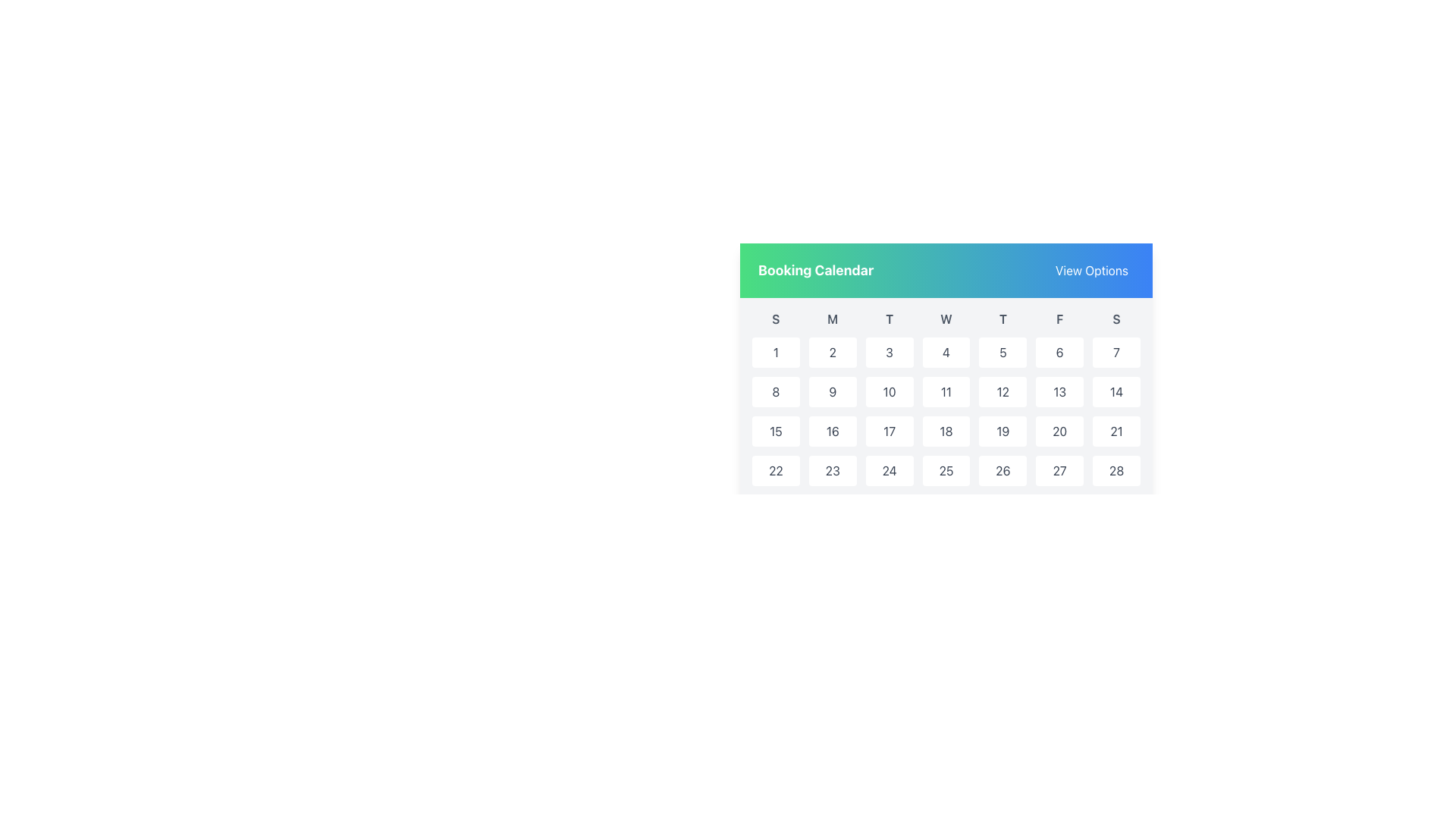  What do you see at coordinates (946, 391) in the screenshot?
I see `the Calendar Cell representing the day '11' in the second row under column 'W'` at bounding box center [946, 391].